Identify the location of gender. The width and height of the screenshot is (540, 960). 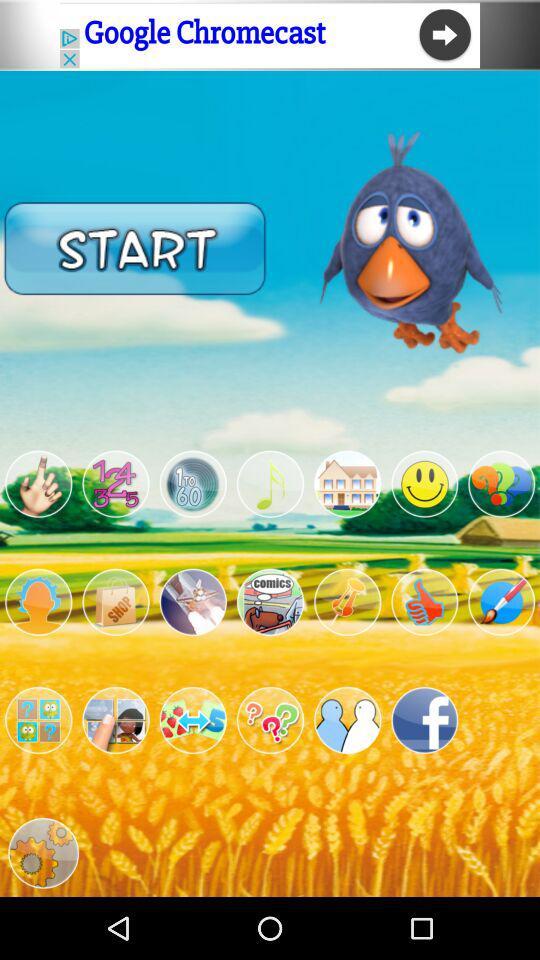
(38, 601).